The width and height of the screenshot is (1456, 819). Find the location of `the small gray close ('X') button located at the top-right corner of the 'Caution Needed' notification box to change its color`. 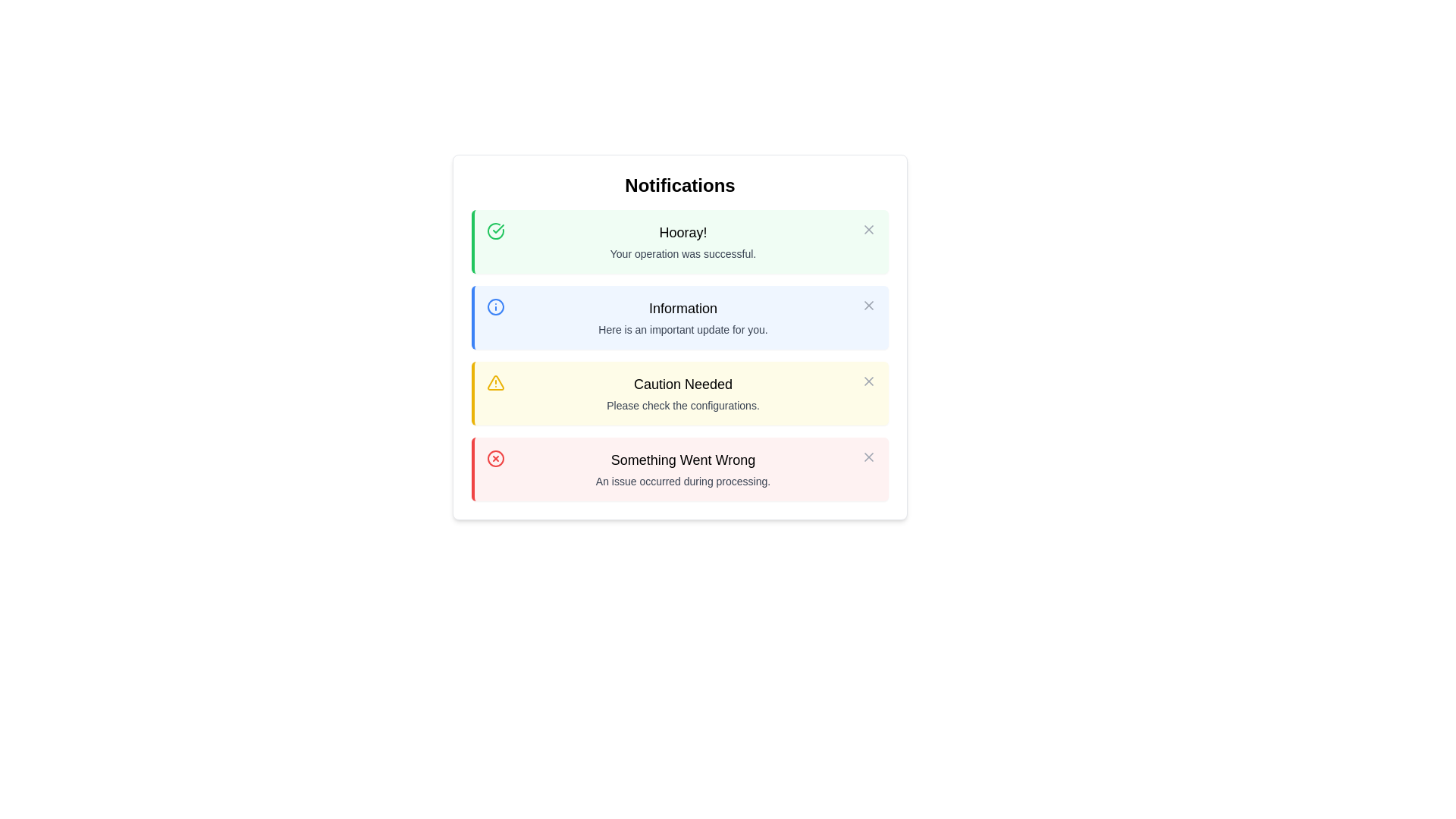

the small gray close ('X') button located at the top-right corner of the 'Caution Needed' notification box to change its color is located at coordinates (869, 380).